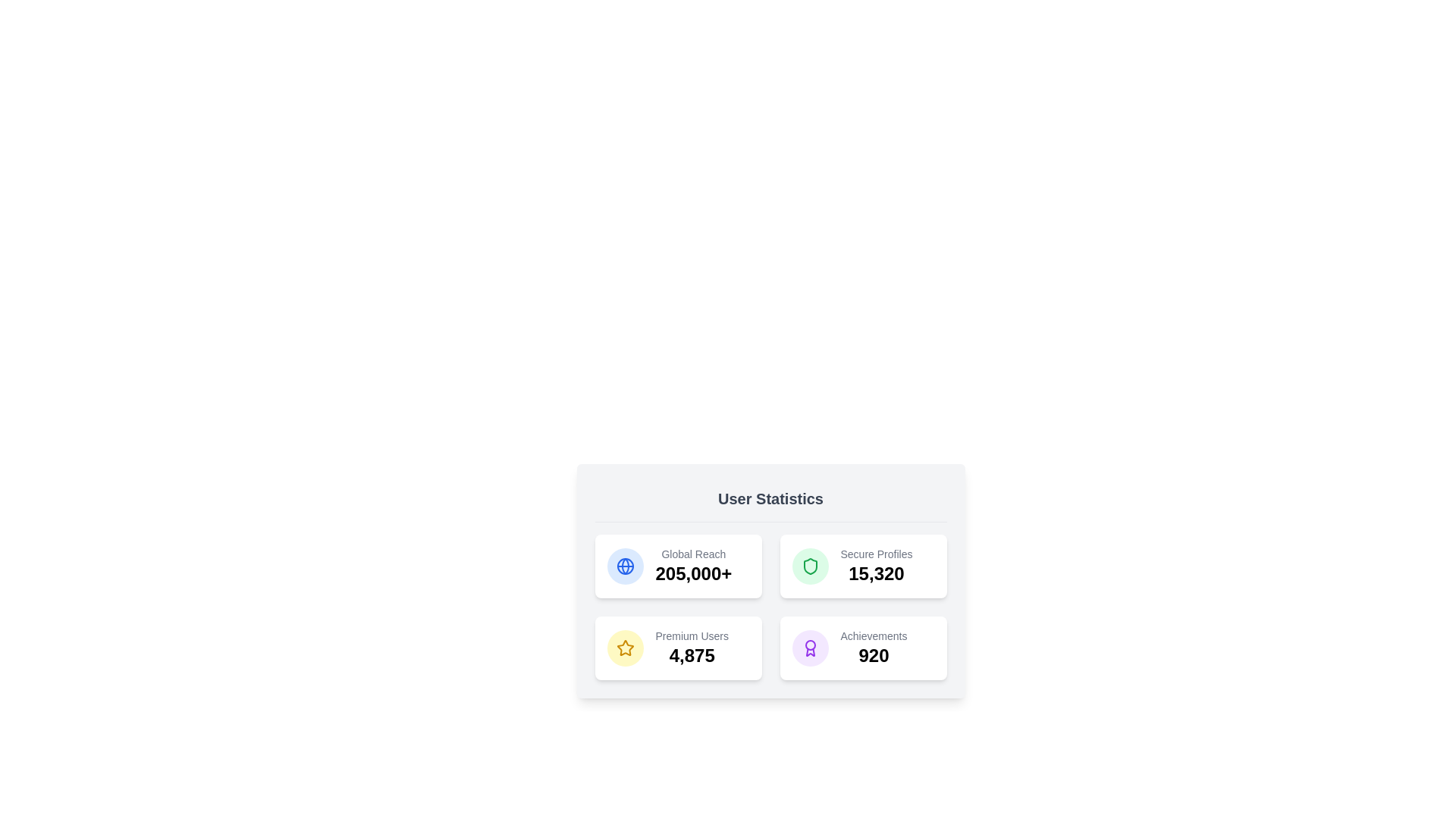 This screenshot has width=1456, height=819. Describe the element at coordinates (809, 566) in the screenshot. I see `the shield icon representing security in the 'Secure Profiles' section located in the top-right quadrant of the statistics panel` at that location.